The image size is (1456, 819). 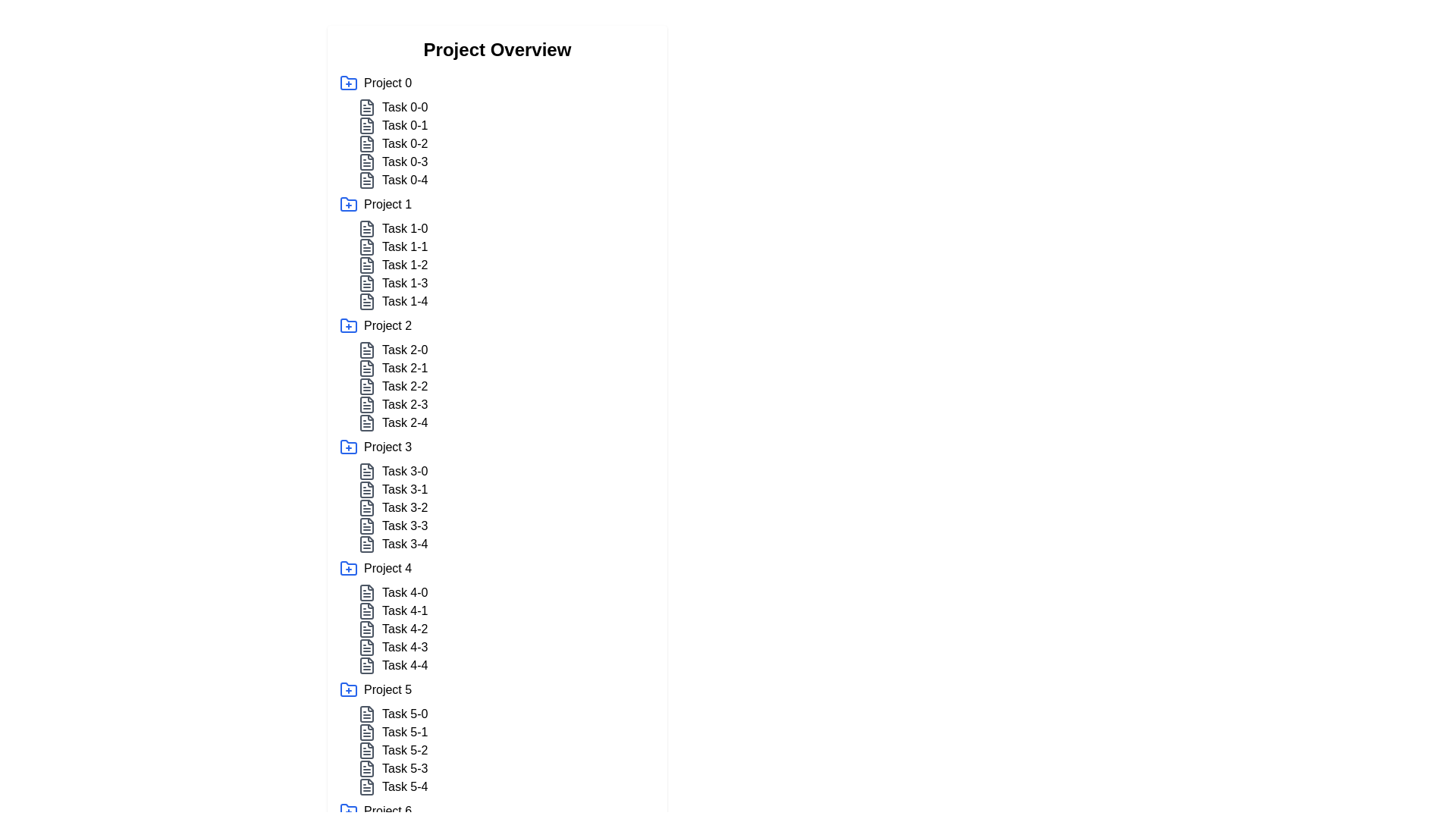 I want to click on the document icon that is part of the vertical list of file icons, located adjacent to the label 'Task 4-1' under the 'Project 4' section, so click(x=367, y=610).